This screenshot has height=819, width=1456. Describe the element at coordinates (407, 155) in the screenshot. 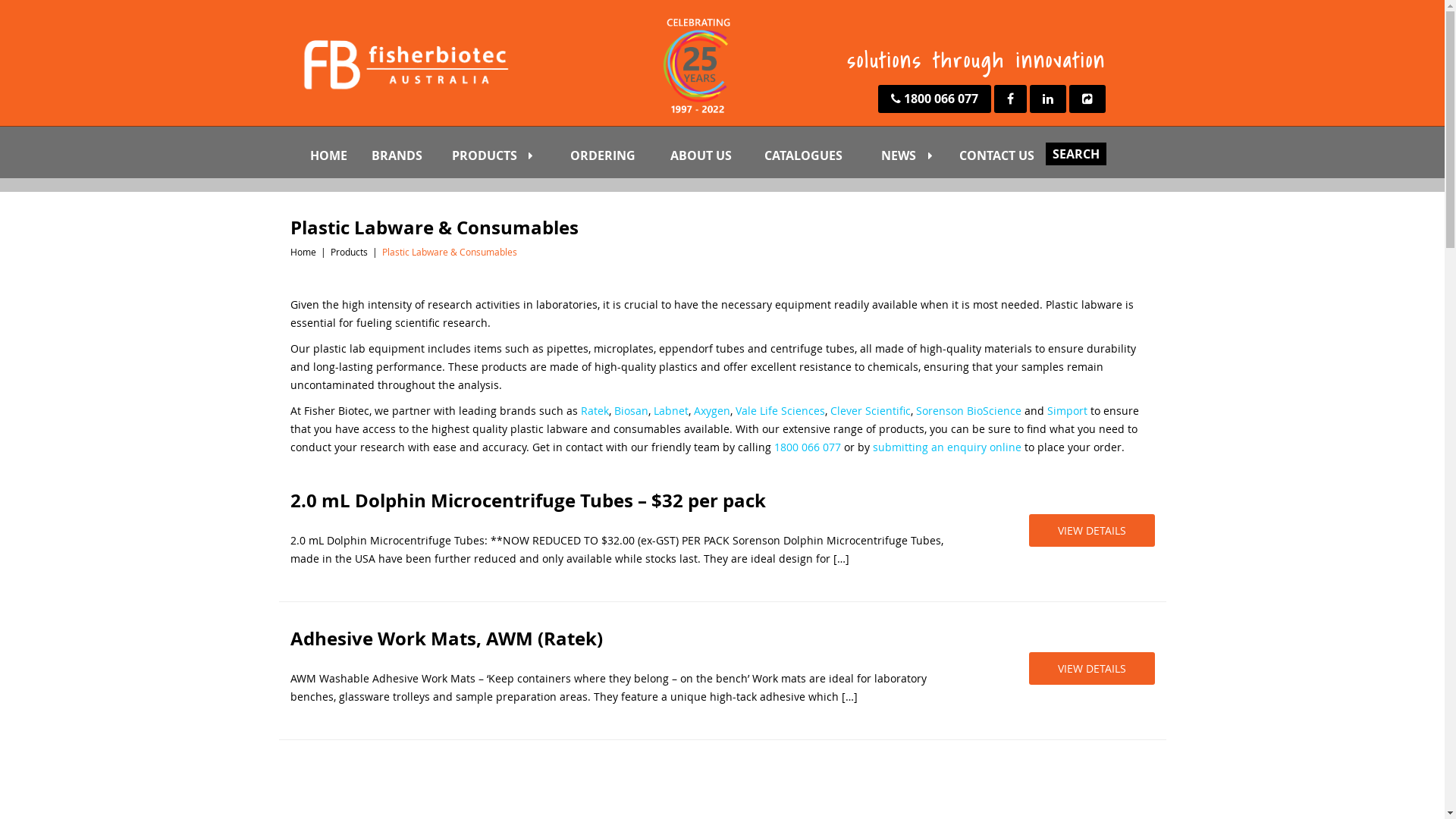

I see `'BRANDS'` at that location.